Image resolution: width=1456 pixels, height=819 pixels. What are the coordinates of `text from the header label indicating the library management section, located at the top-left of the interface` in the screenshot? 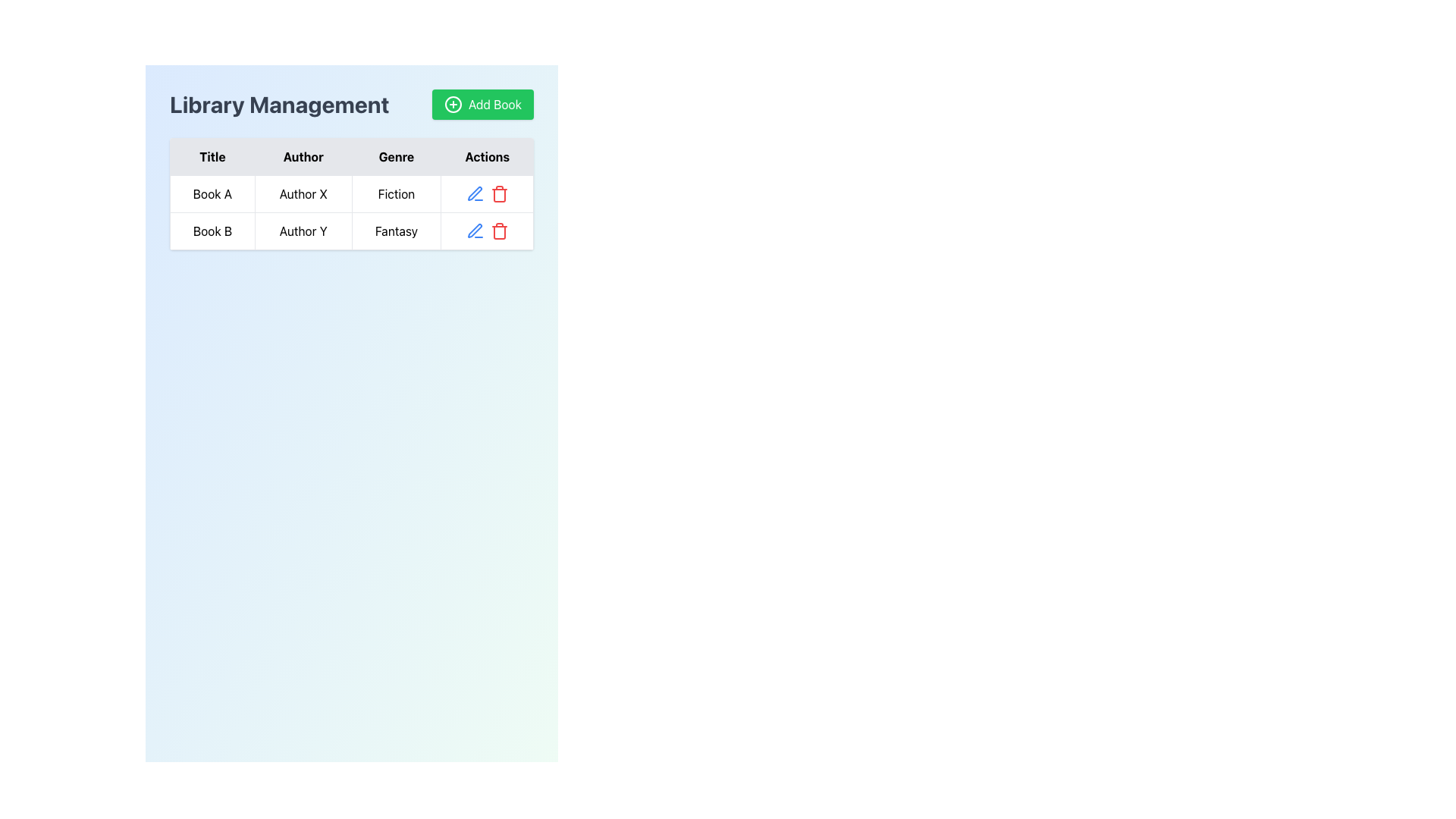 It's located at (279, 104).